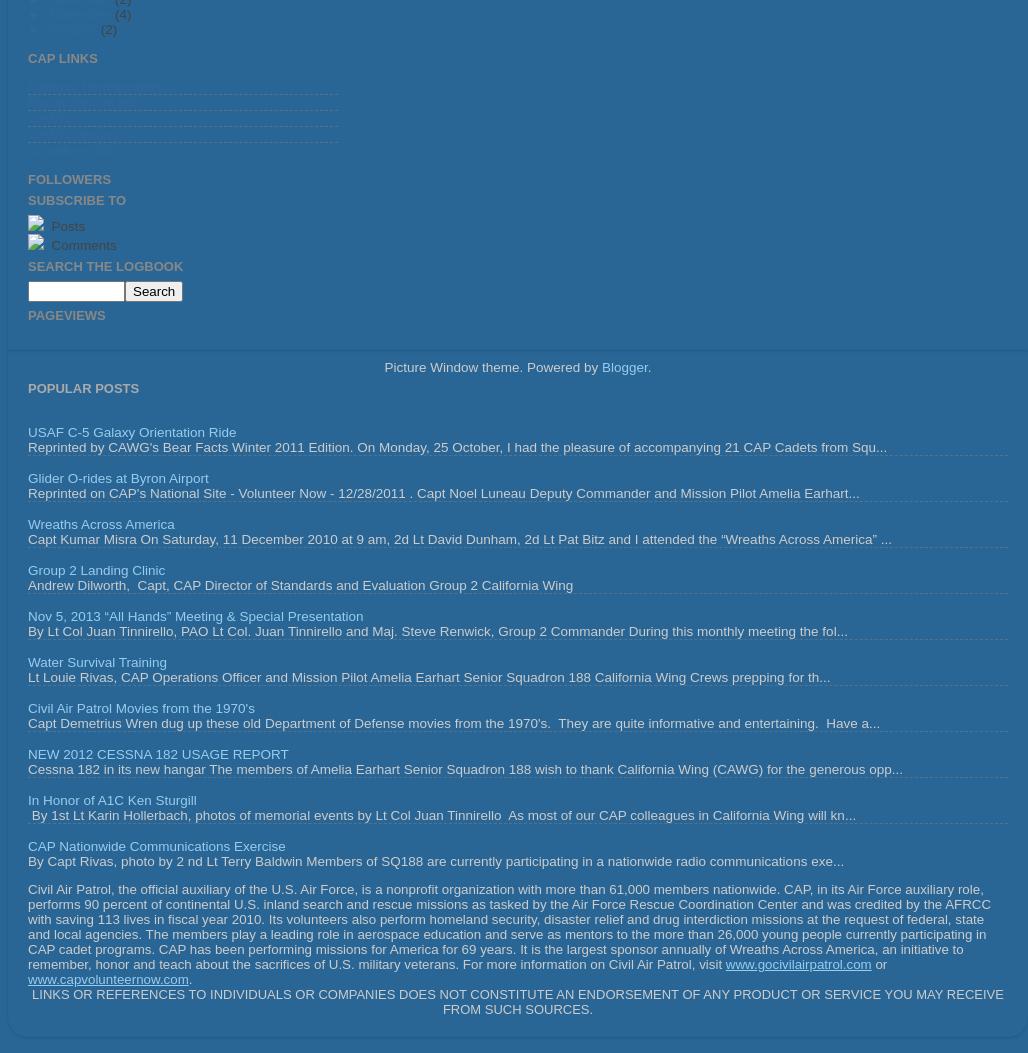 Image resolution: width=1028 pixels, height=1053 pixels. I want to click on 'www.gocivilairpatrol.com', so click(724, 964).